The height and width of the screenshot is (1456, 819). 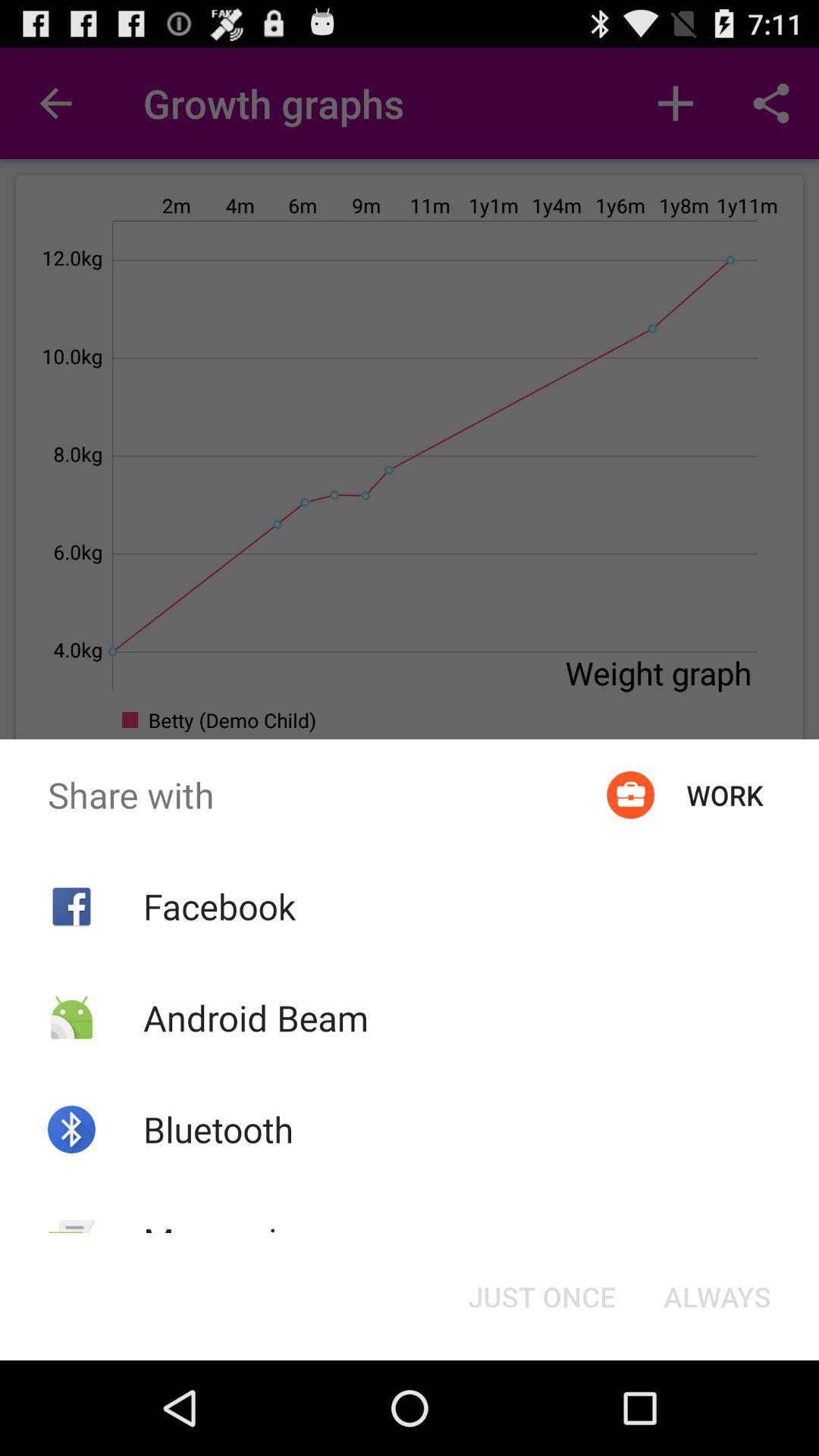 What do you see at coordinates (541, 1295) in the screenshot?
I see `item below the share with item` at bounding box center [541, 1295].